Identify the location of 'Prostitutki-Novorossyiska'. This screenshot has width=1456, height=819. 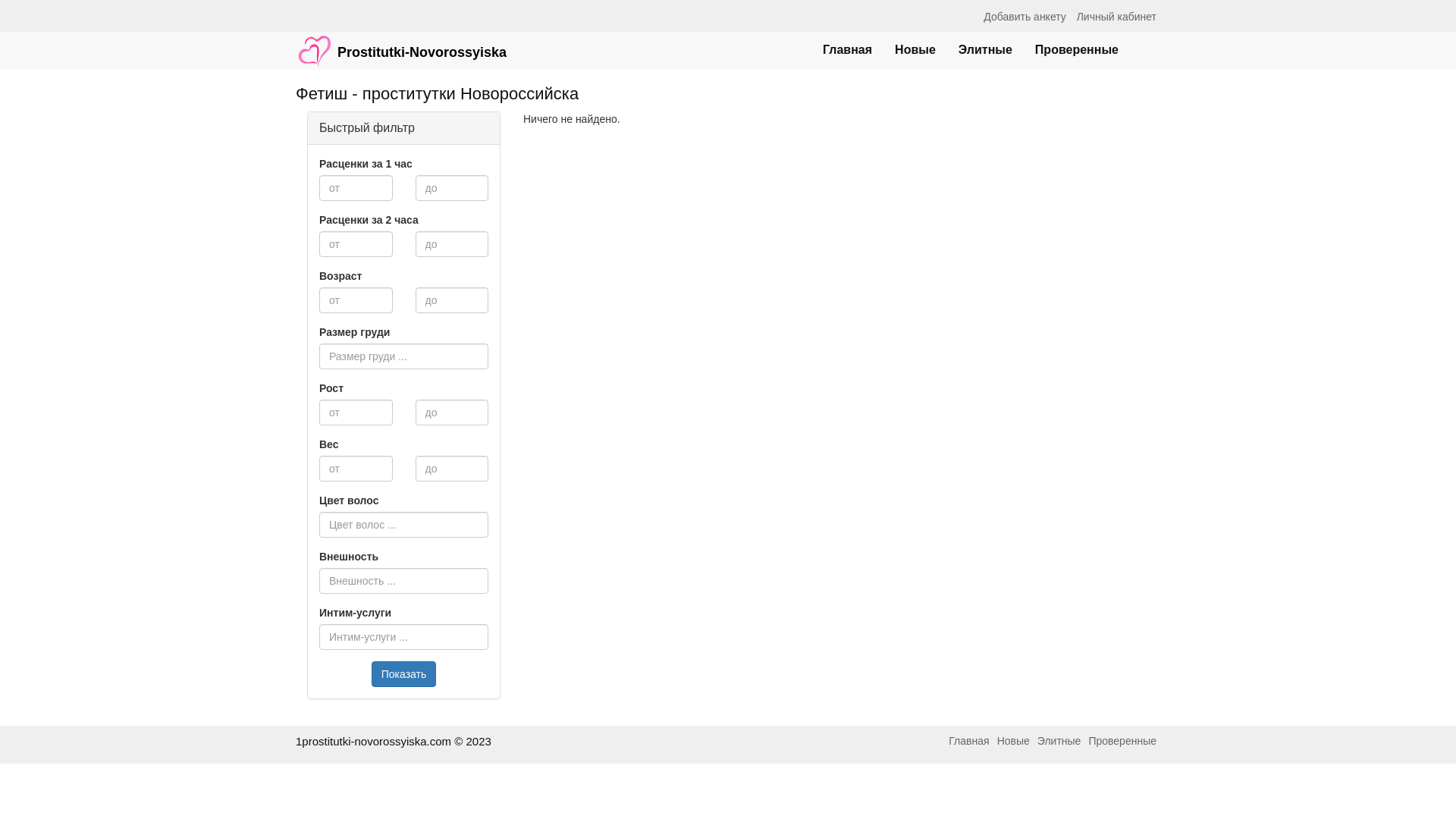
(400, 42).